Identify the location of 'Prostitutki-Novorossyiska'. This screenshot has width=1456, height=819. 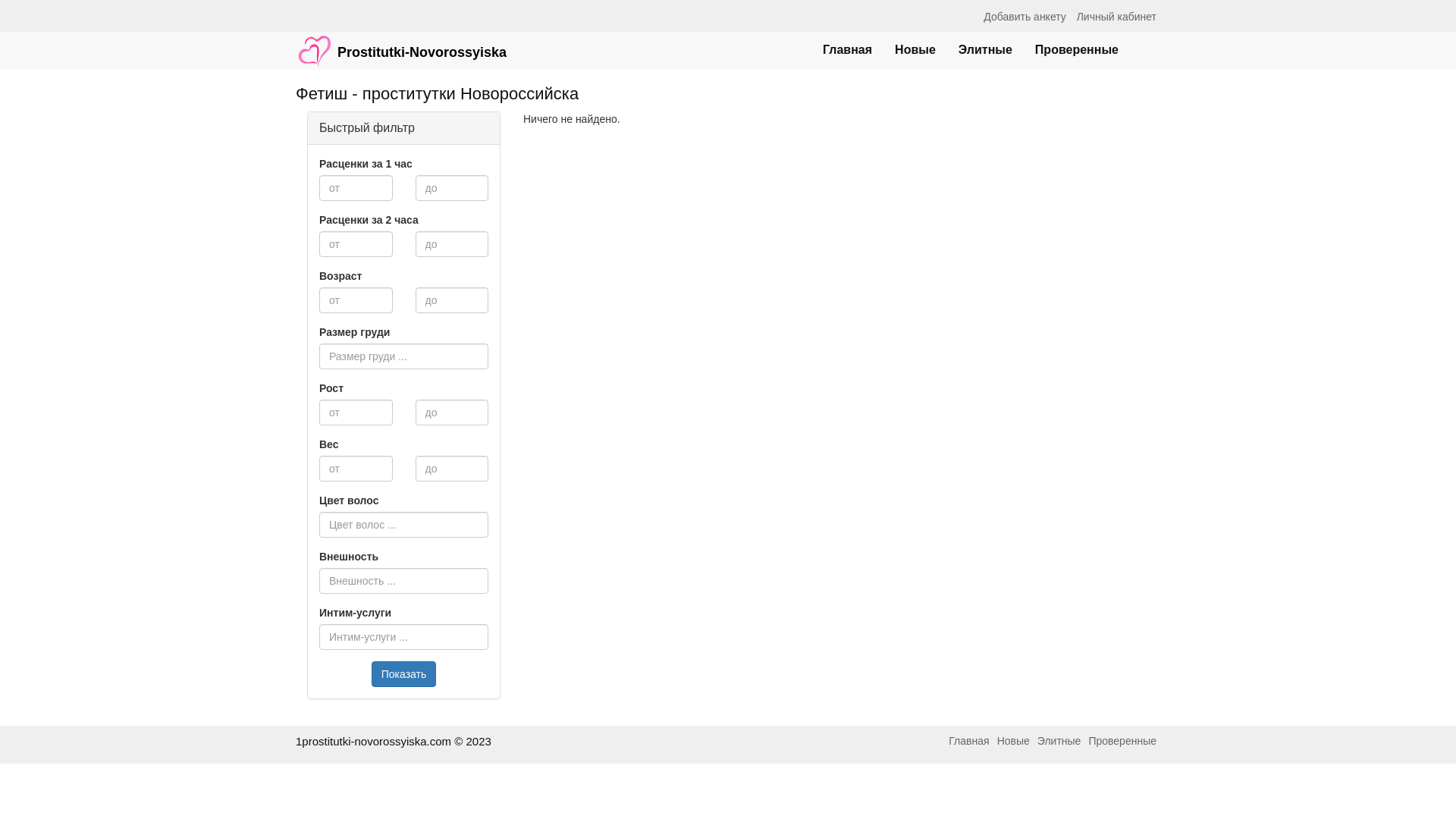
(400, 42).